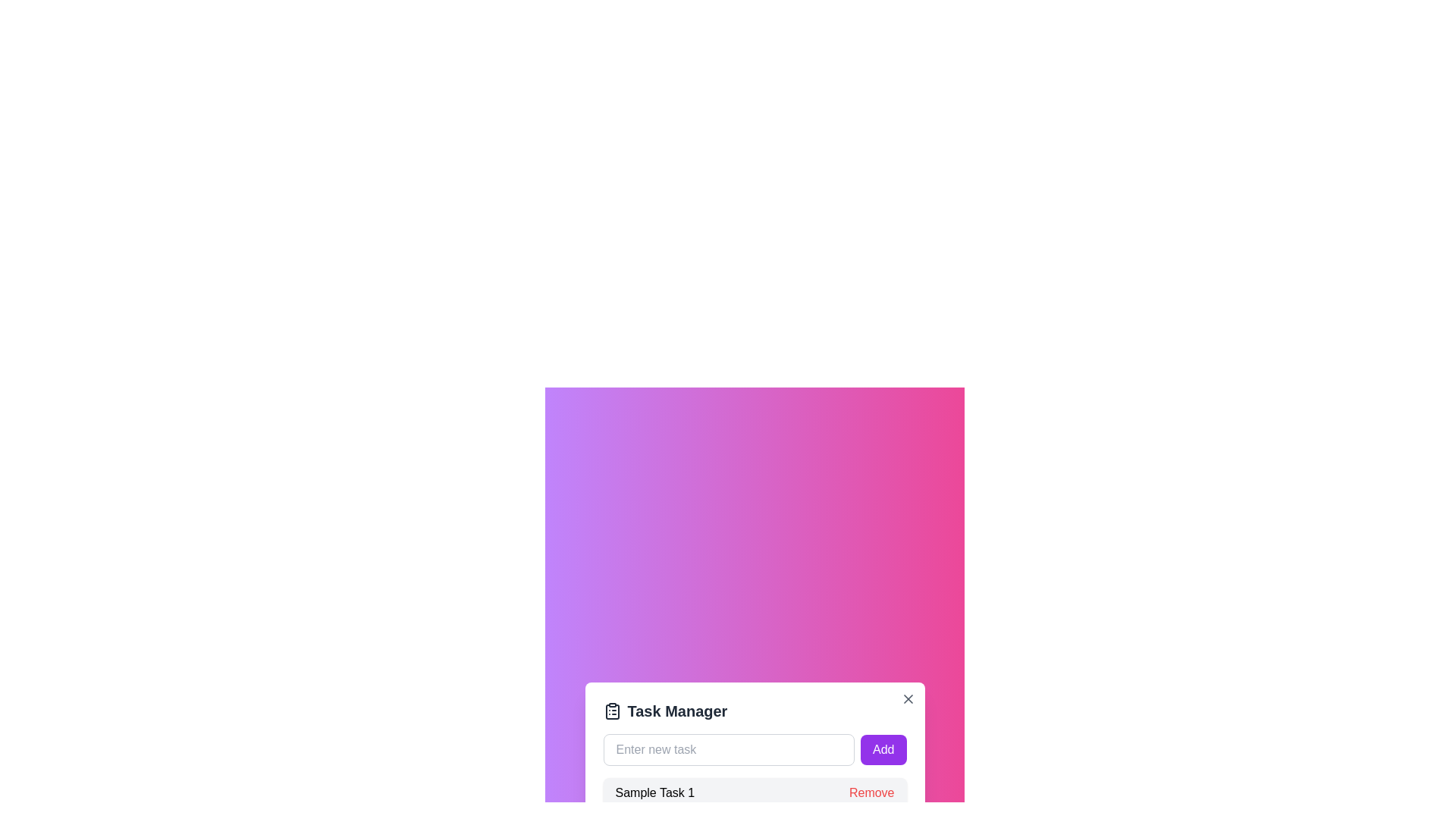  Describe the element at coordinates (654, 792) in the screenshot. I see `the 'Sample Task 1' text label to focus on it within the task management interface` at that location.